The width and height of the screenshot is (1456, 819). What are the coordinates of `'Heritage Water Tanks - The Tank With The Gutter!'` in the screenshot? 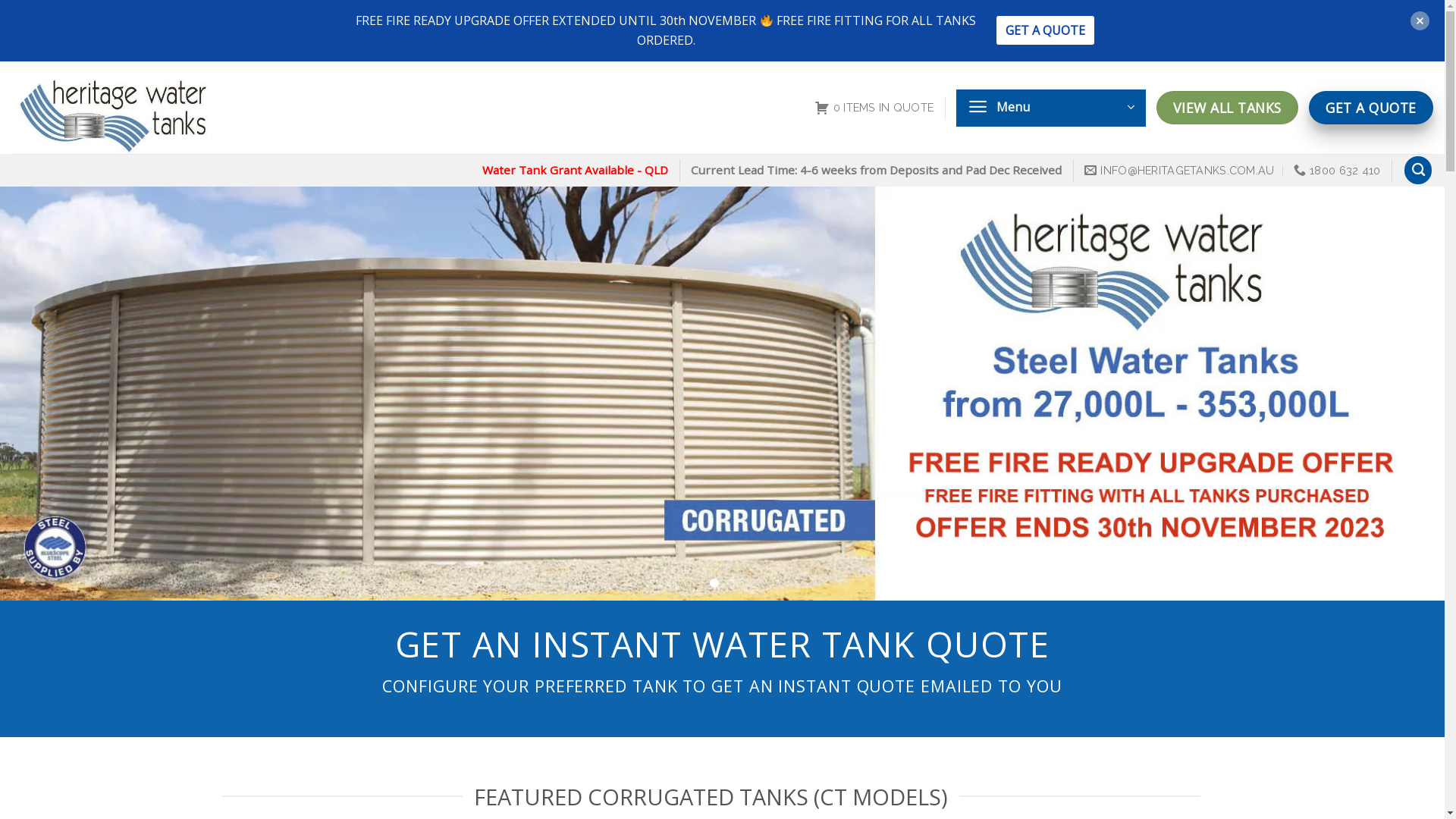 It's located at (144, 107).